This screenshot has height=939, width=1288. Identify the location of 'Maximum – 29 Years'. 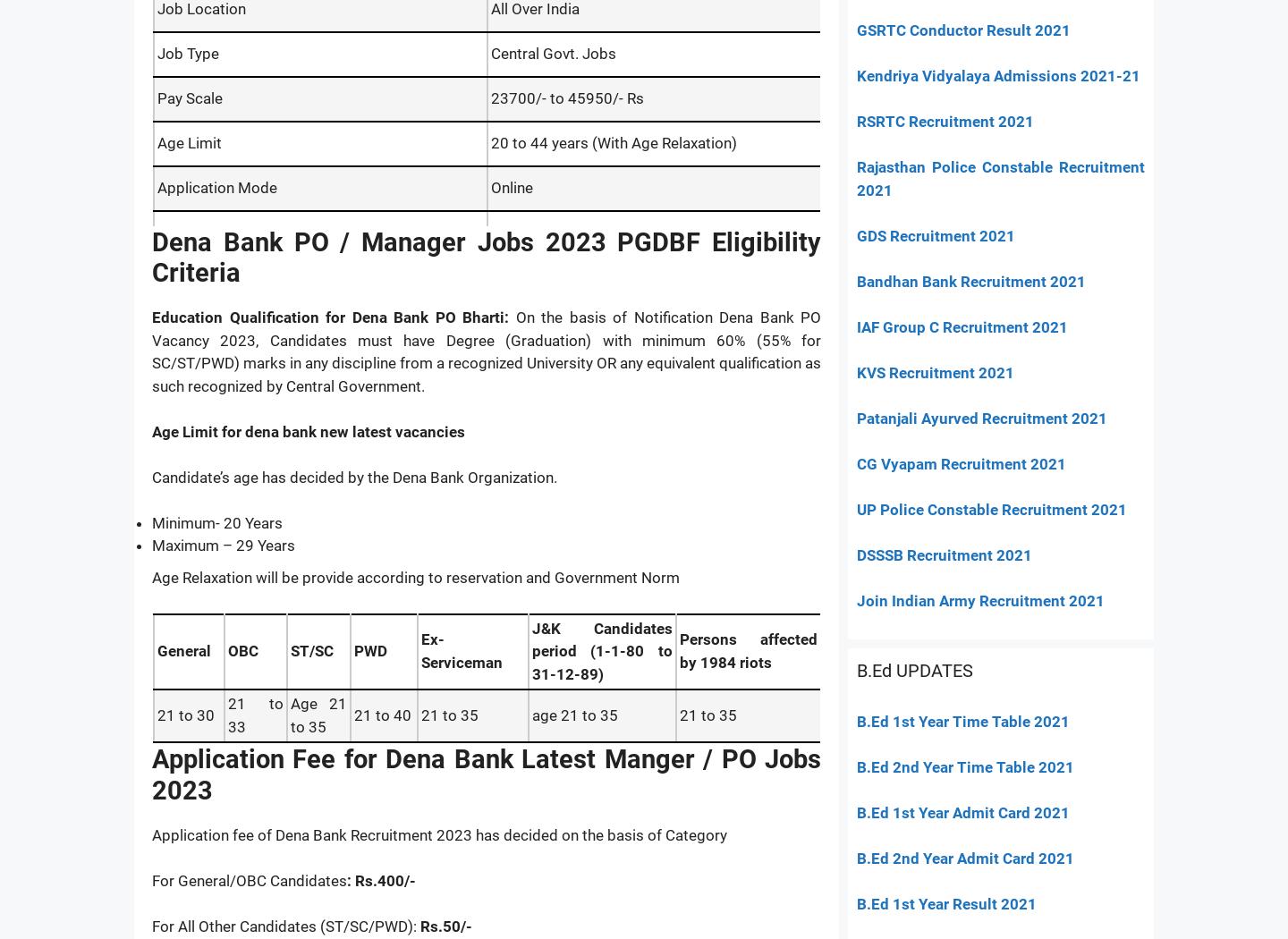
(151, 546).